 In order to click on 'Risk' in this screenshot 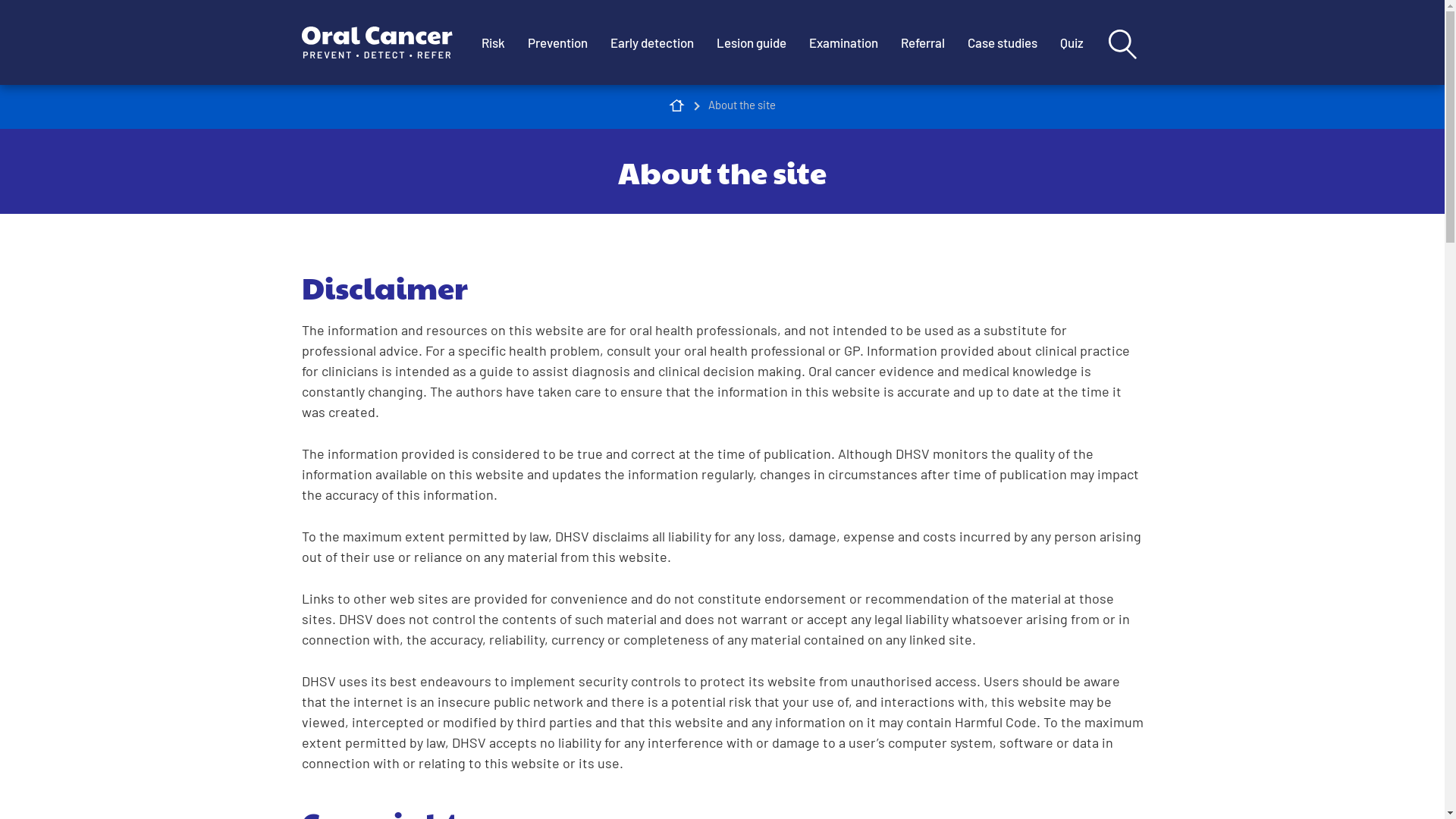, I will do `click(493, 42)`.